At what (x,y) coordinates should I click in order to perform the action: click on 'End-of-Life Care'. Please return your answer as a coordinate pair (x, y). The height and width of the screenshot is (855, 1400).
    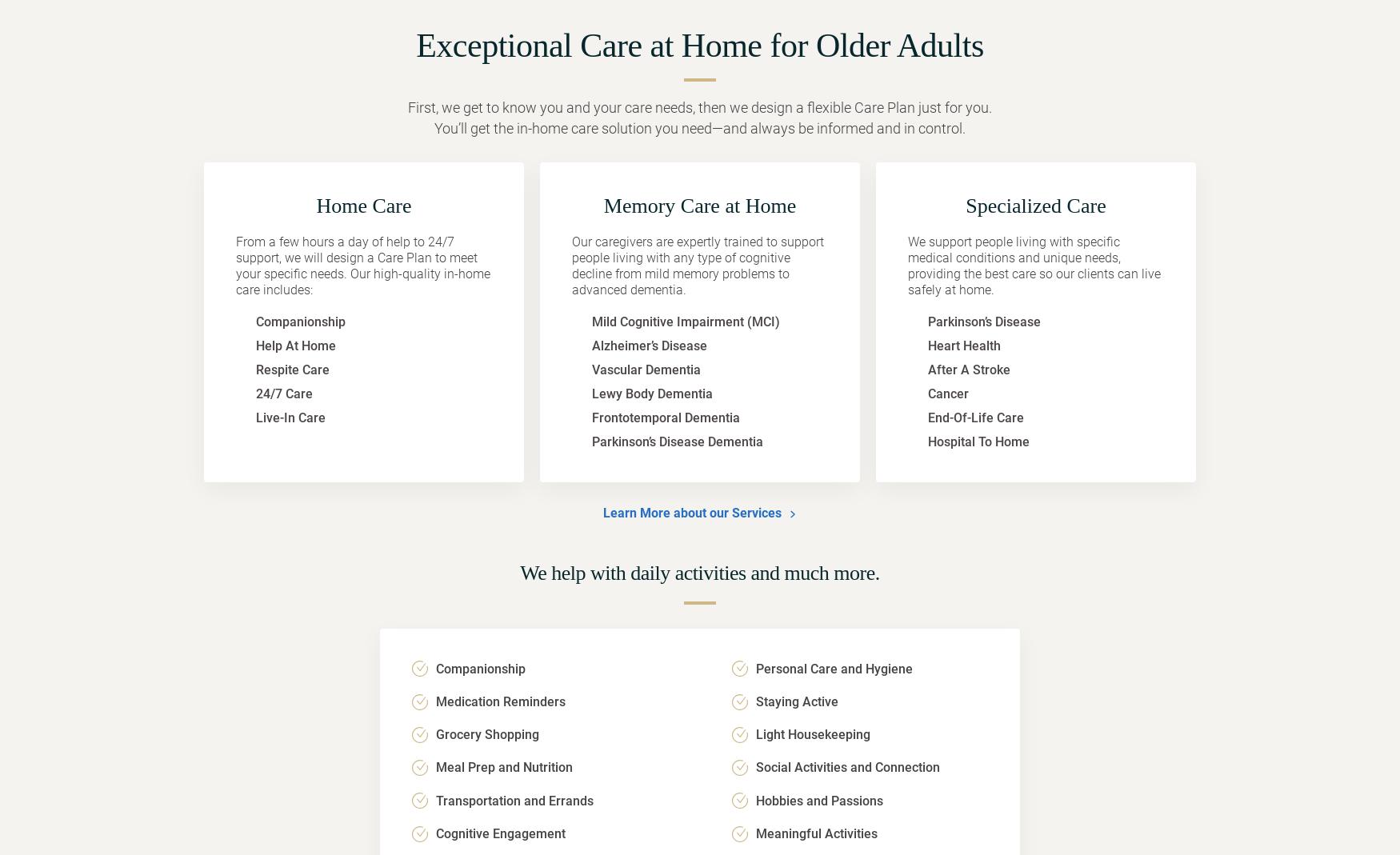
    Looking at the image, I should click on (975, 417).